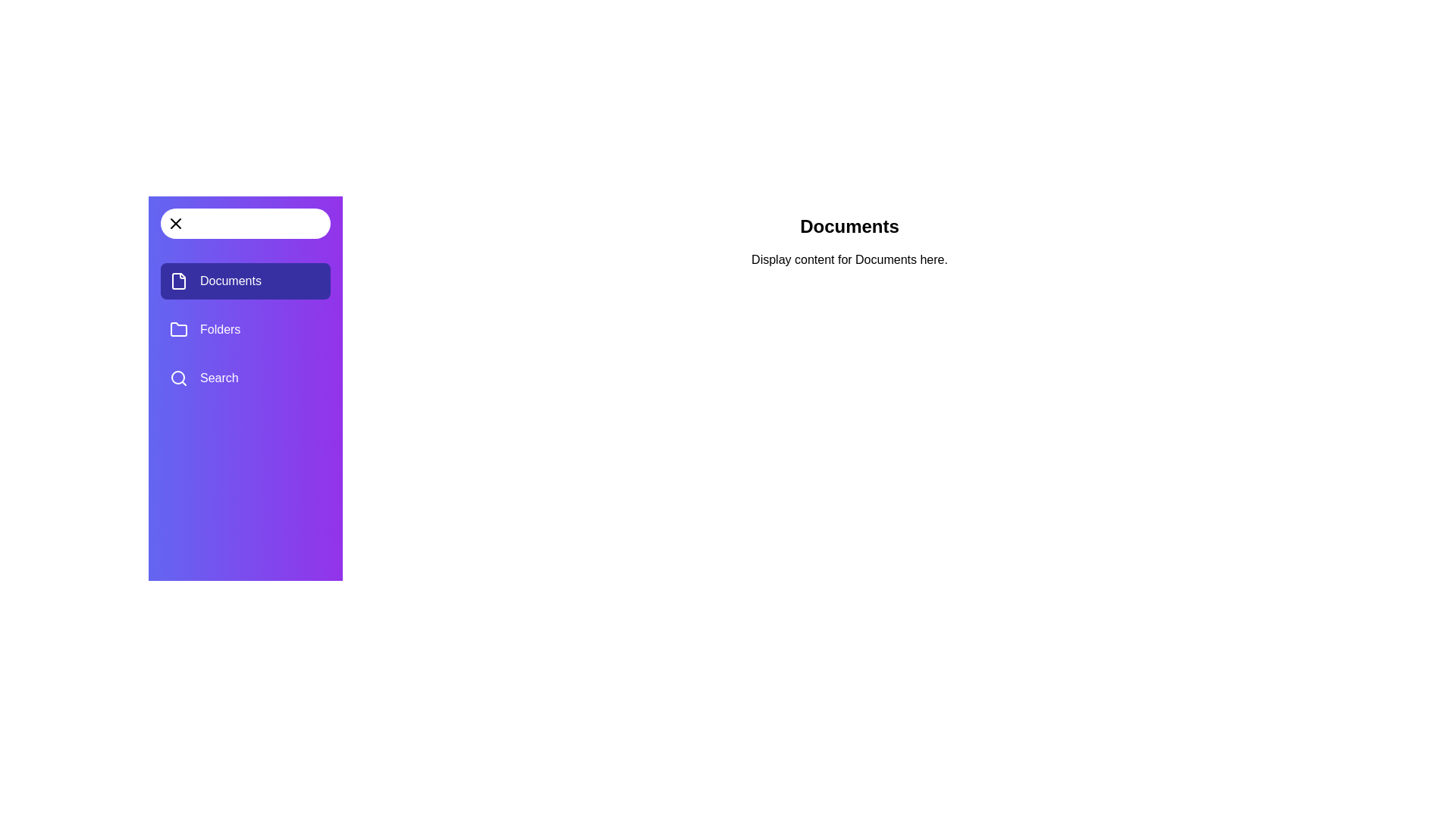  I want to click on the menu section Documents, so click(246, 281).